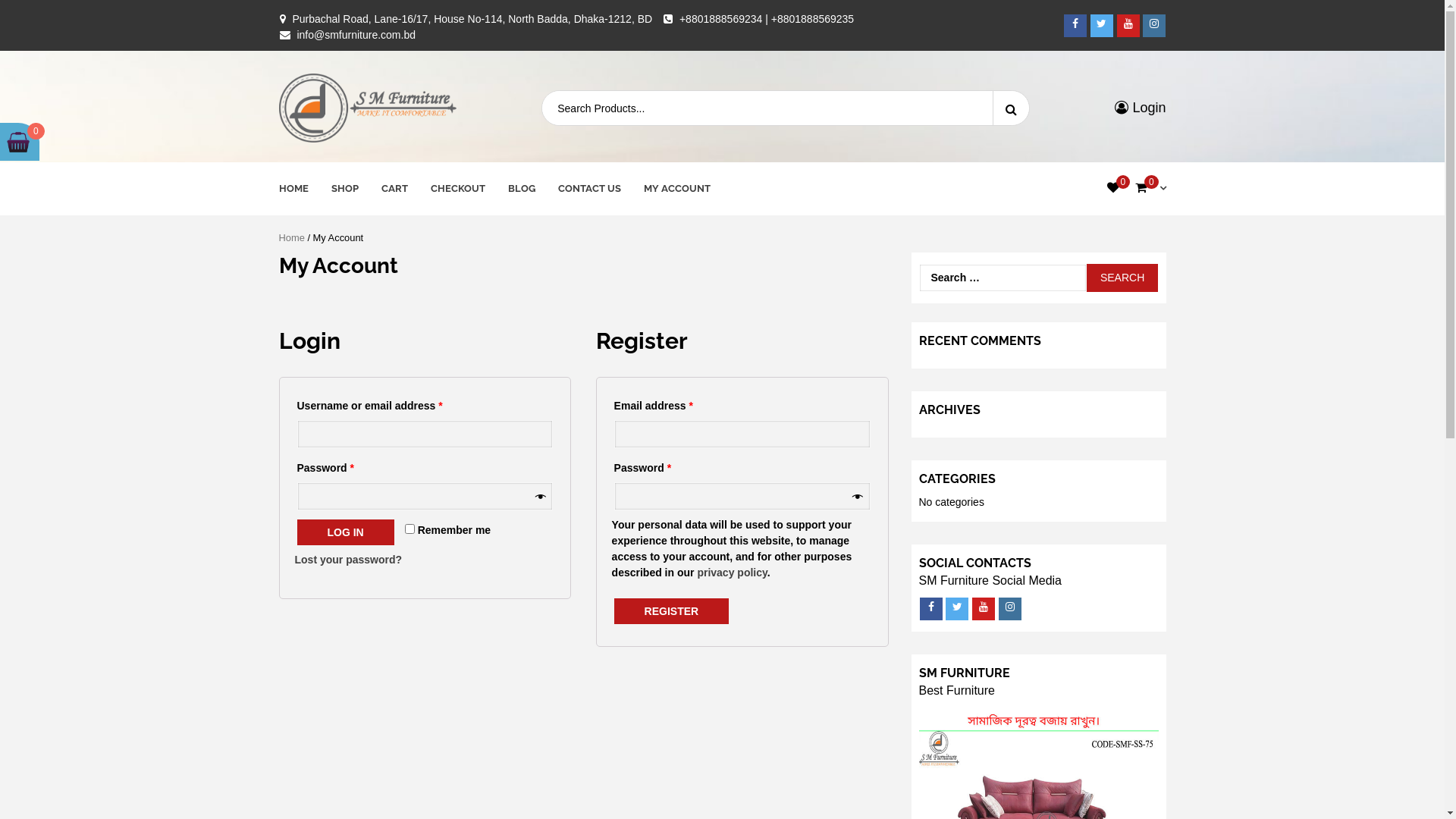 Image resolution: width=1456 pixels, height=819 pixels. What do you see at coordinates (1153, 25) in the screenshot?
I see `'Instagram'` at bounding box center [1153, 25].